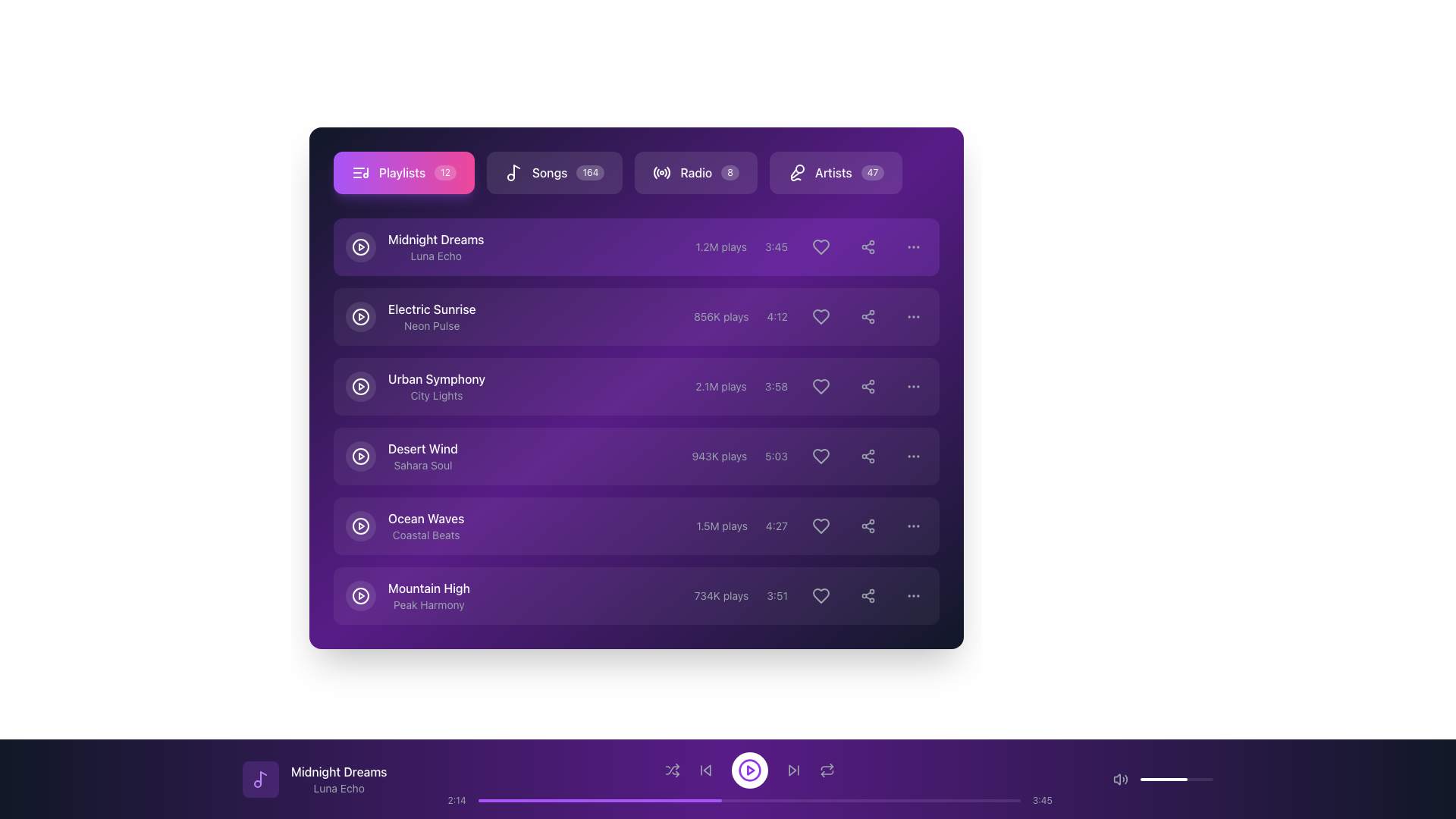 The height and width of the screenshot is (819, 1456). I want to click on the text label displaying the title of the currently playing audio track, located at the bottom section of the interface over the media player bar, so click(338, 772).